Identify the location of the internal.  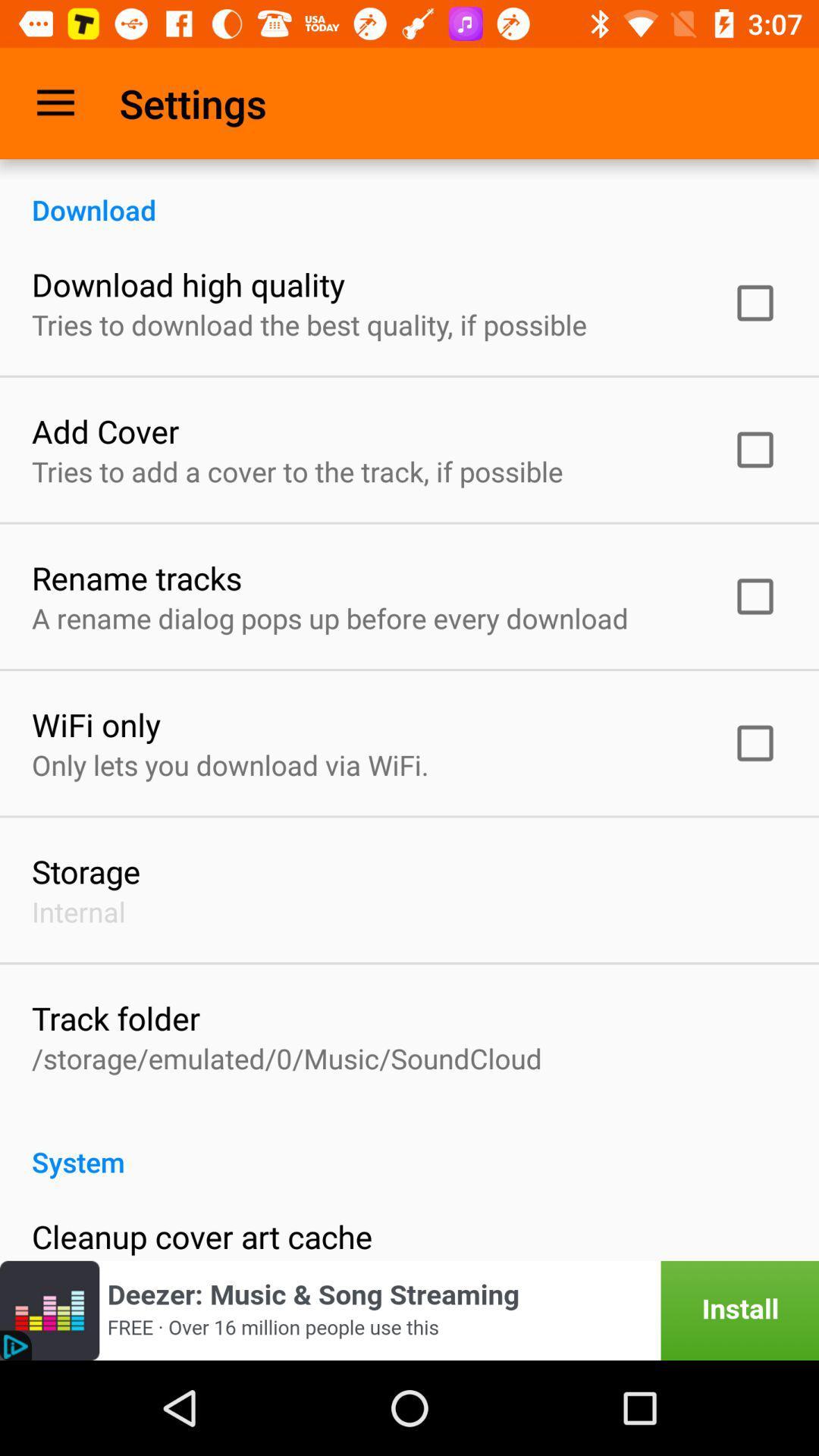
(78, 911).